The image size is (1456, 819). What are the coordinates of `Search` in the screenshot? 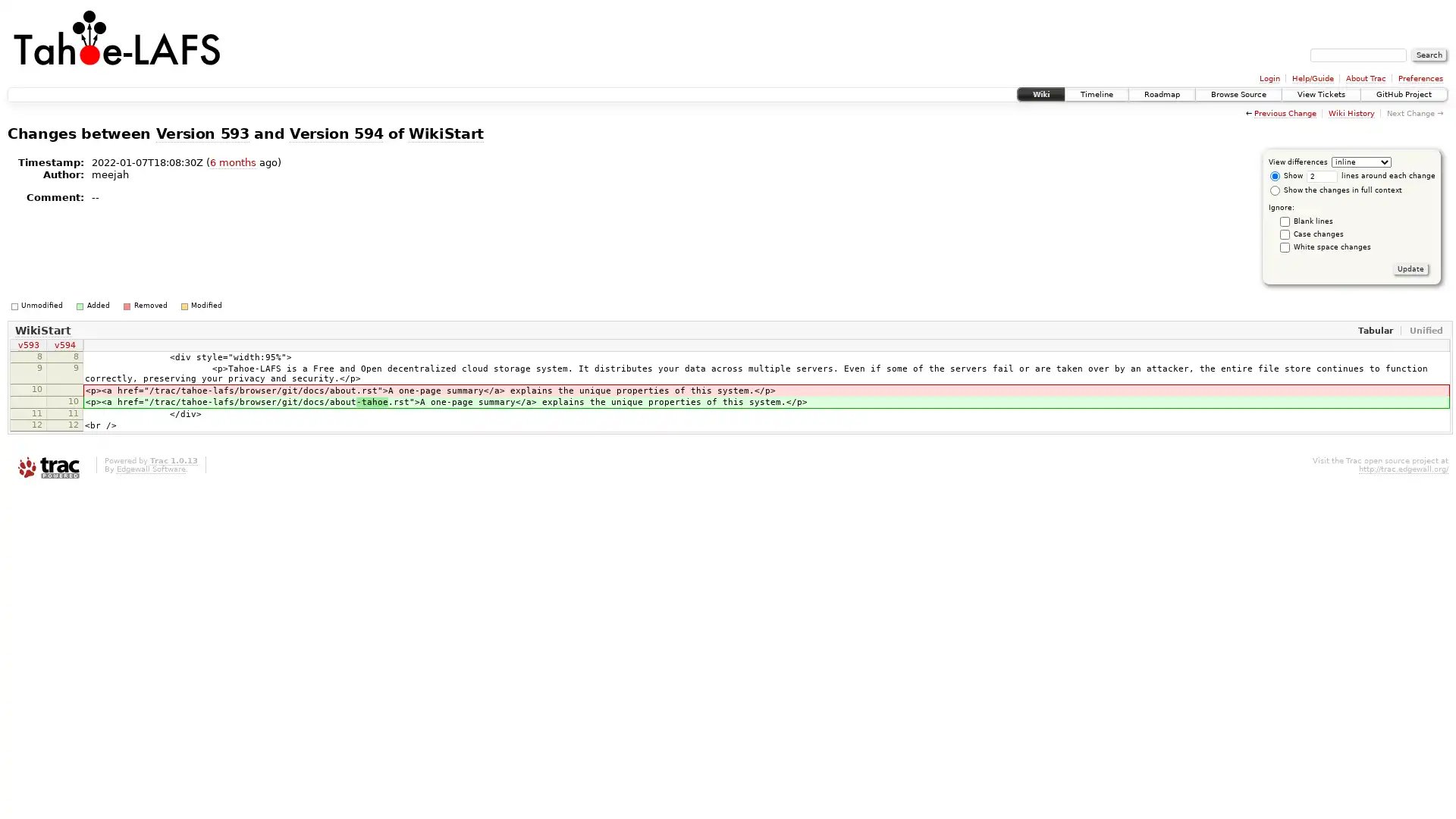 It's located at (1429, 55).